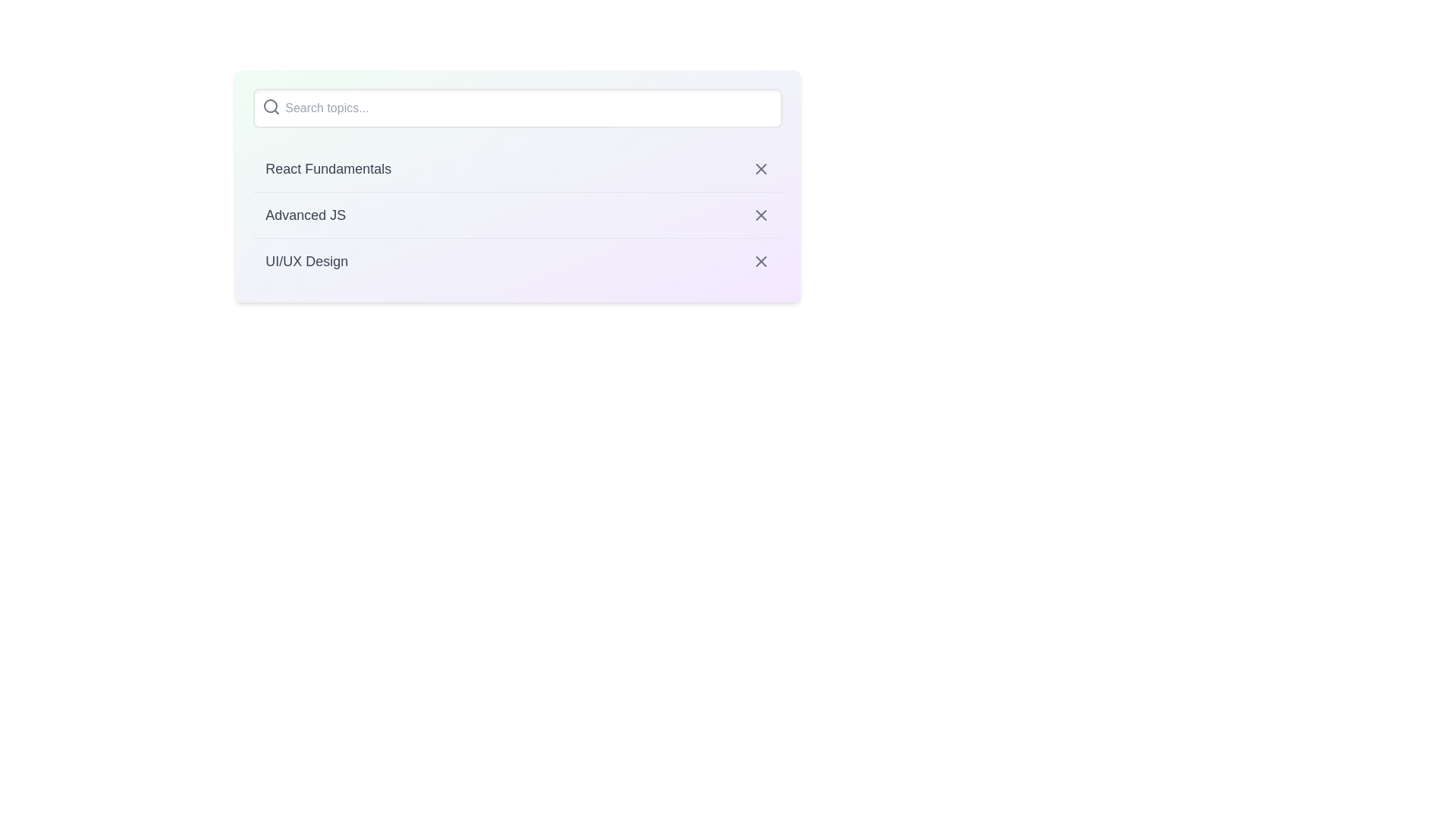 The width and height of the screenshot is (1456, 819). Describe the element at coordinates (517, 215) in the screenshot. I see `the item with the title Advanced JS from the list` at that location.